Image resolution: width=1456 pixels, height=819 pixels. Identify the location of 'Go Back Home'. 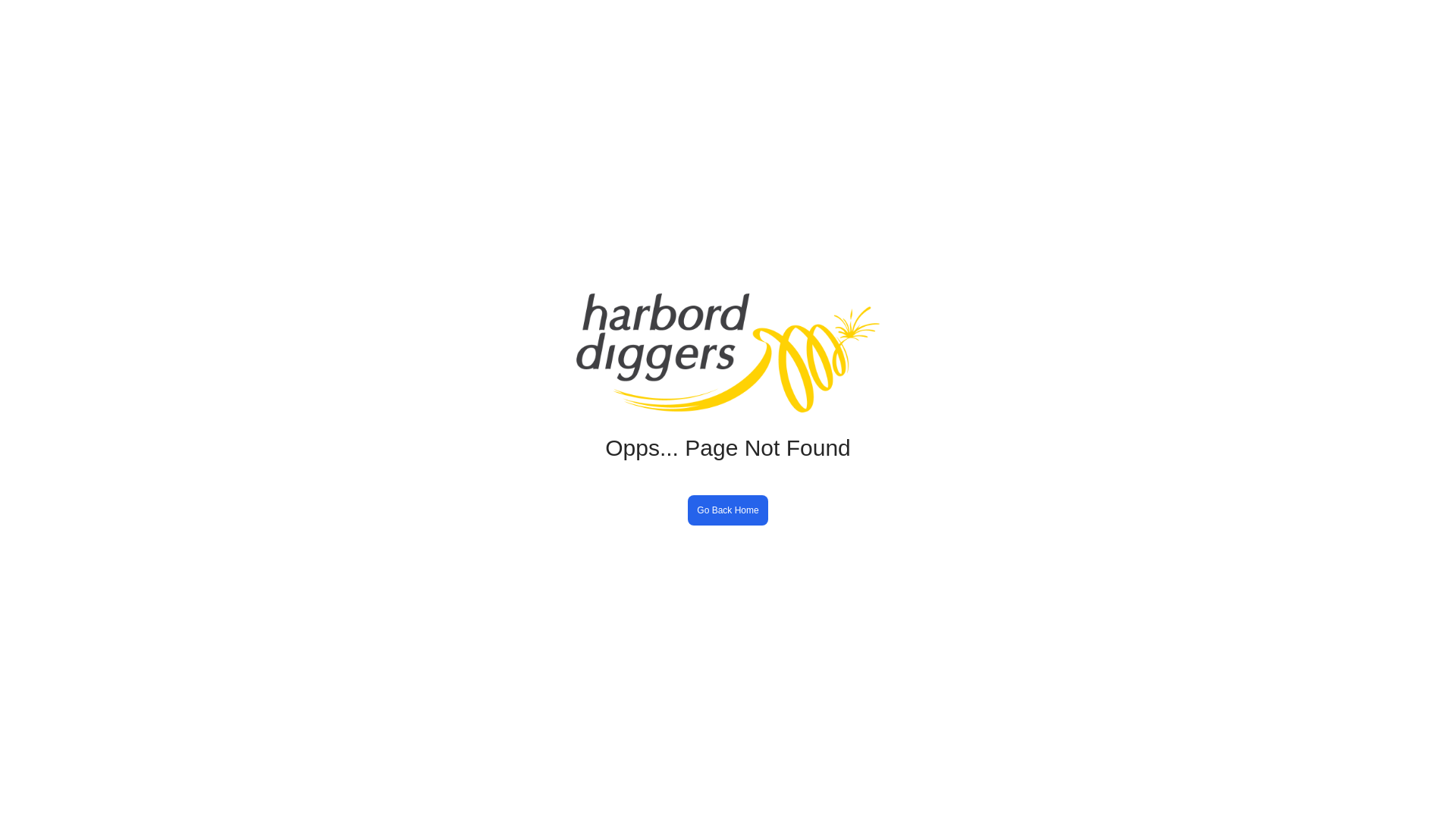
(726, 510).